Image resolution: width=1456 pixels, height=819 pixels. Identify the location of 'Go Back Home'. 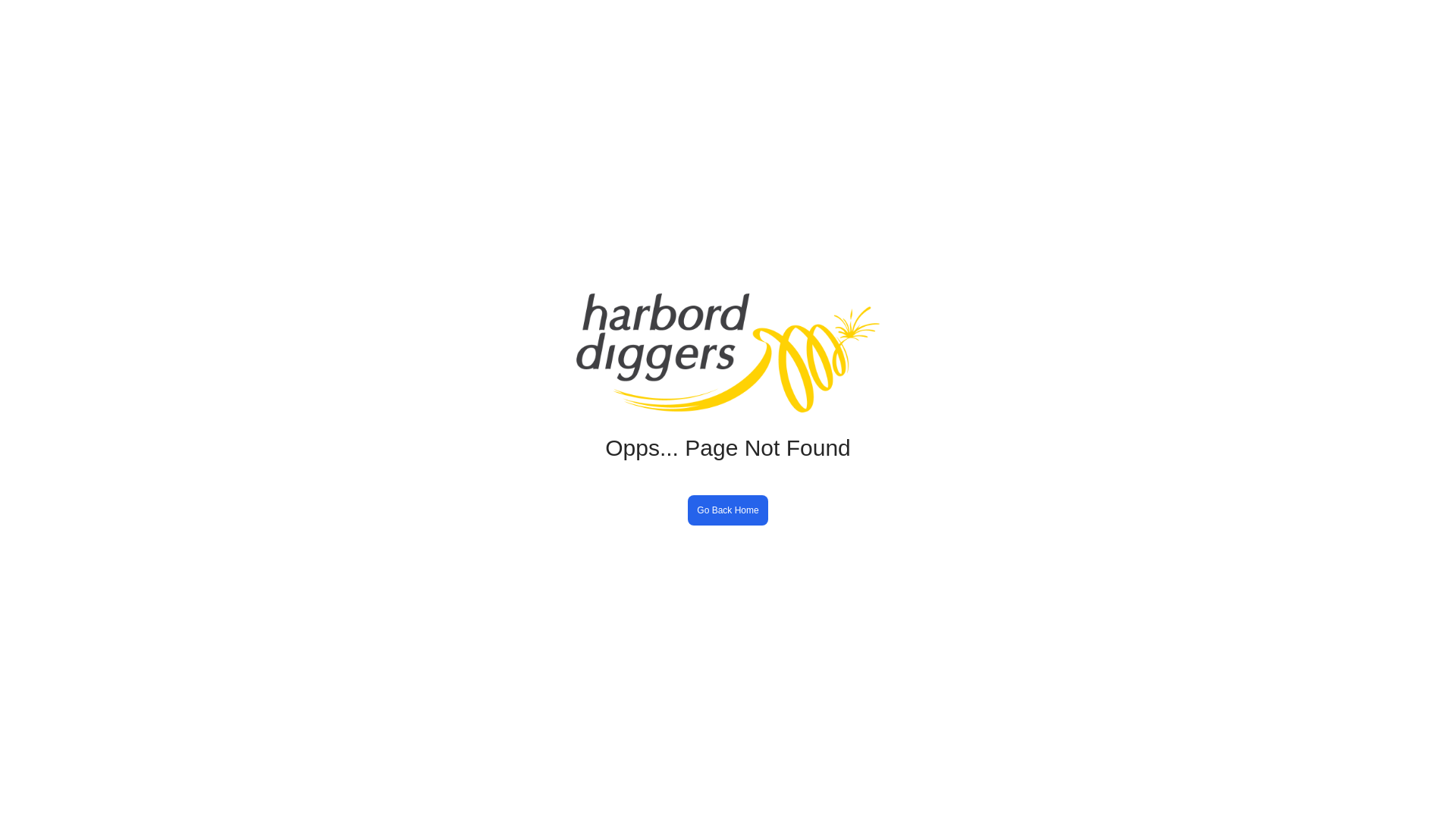
(726, 510).